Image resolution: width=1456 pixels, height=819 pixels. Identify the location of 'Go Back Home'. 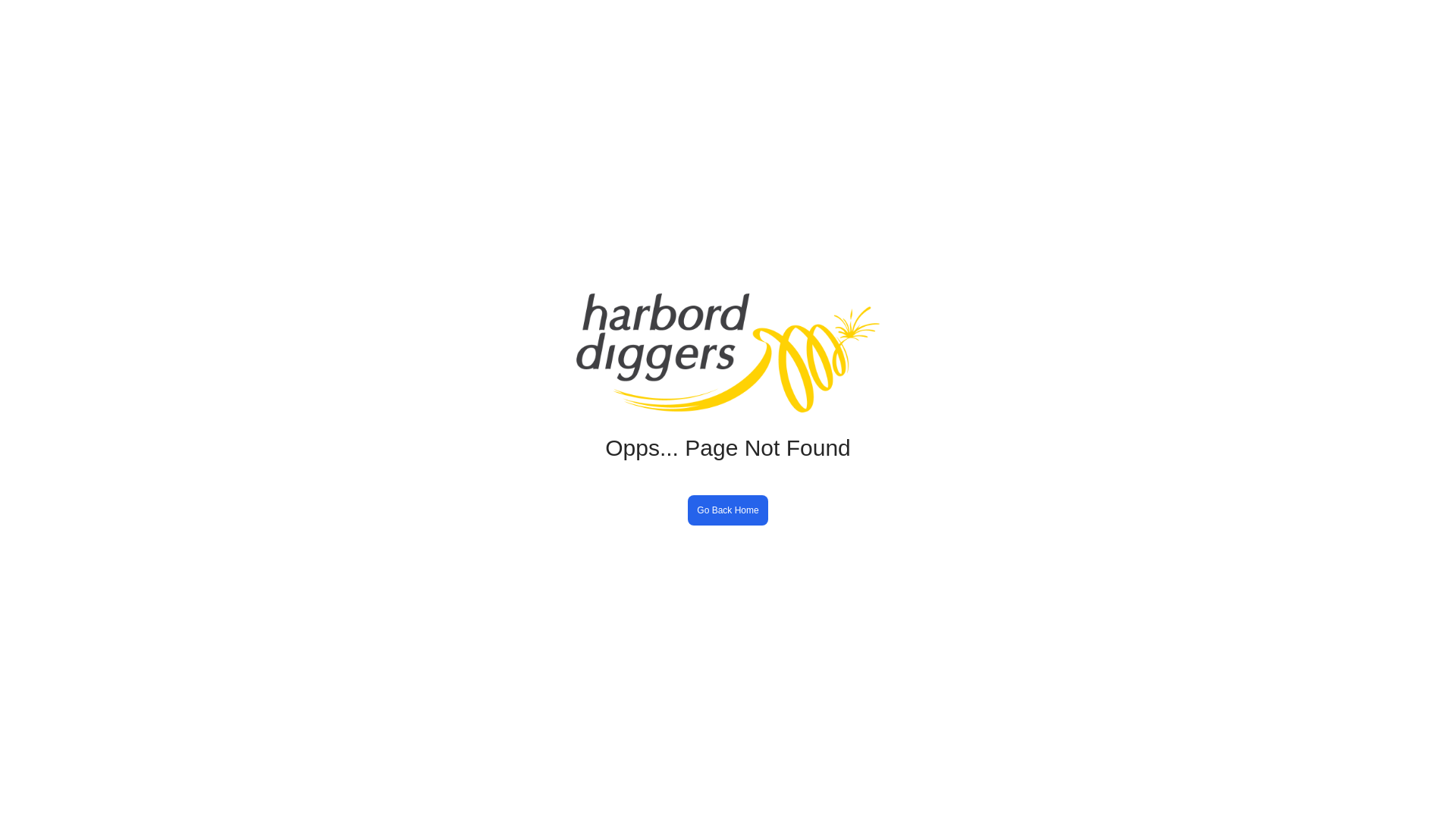
(726, 510).